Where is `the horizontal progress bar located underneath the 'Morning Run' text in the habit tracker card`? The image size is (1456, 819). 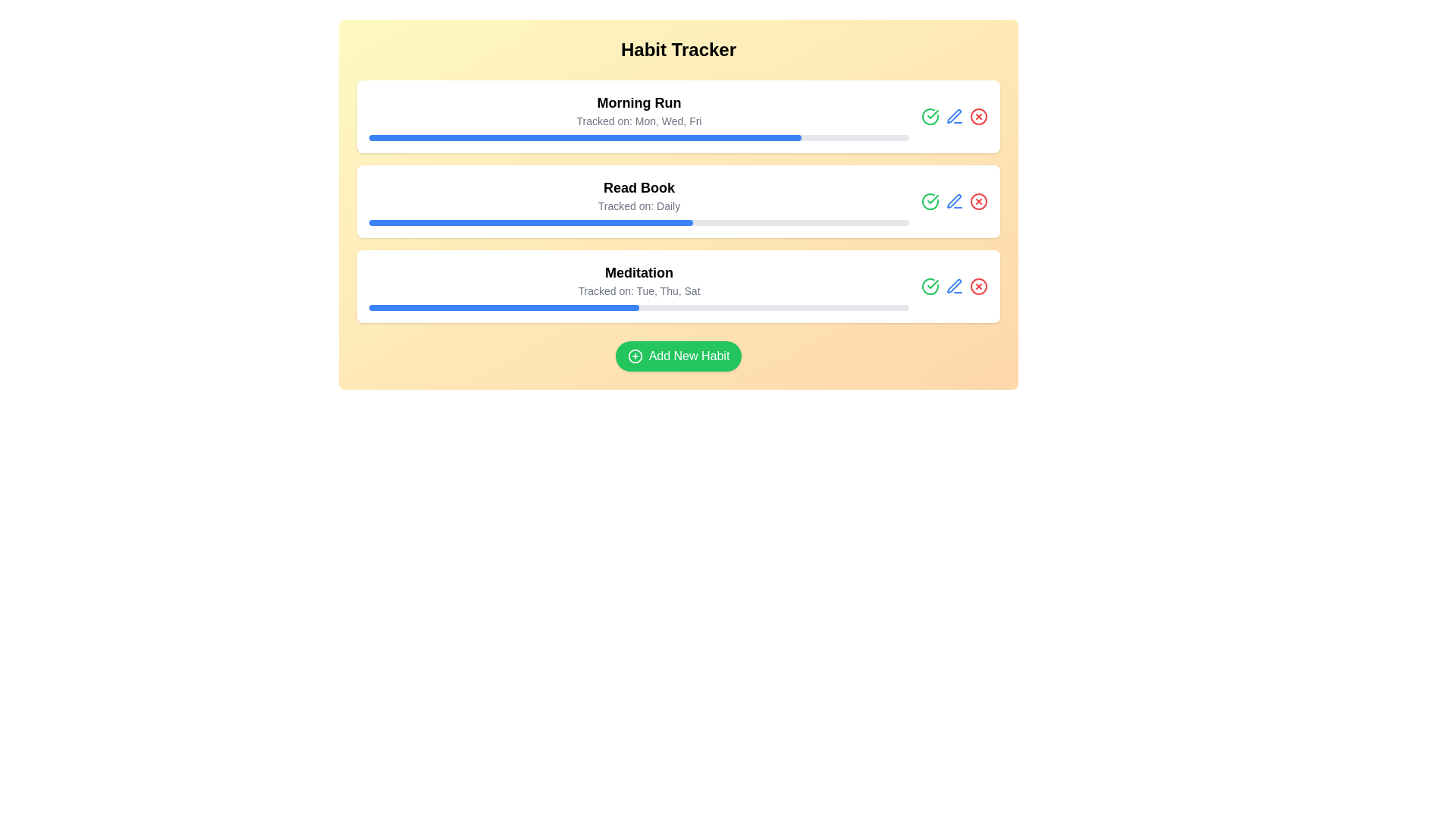 the horizontal progress bar located underneath the 'Morning Run' text in the habit tracker card is located at coordinates (639, 137).